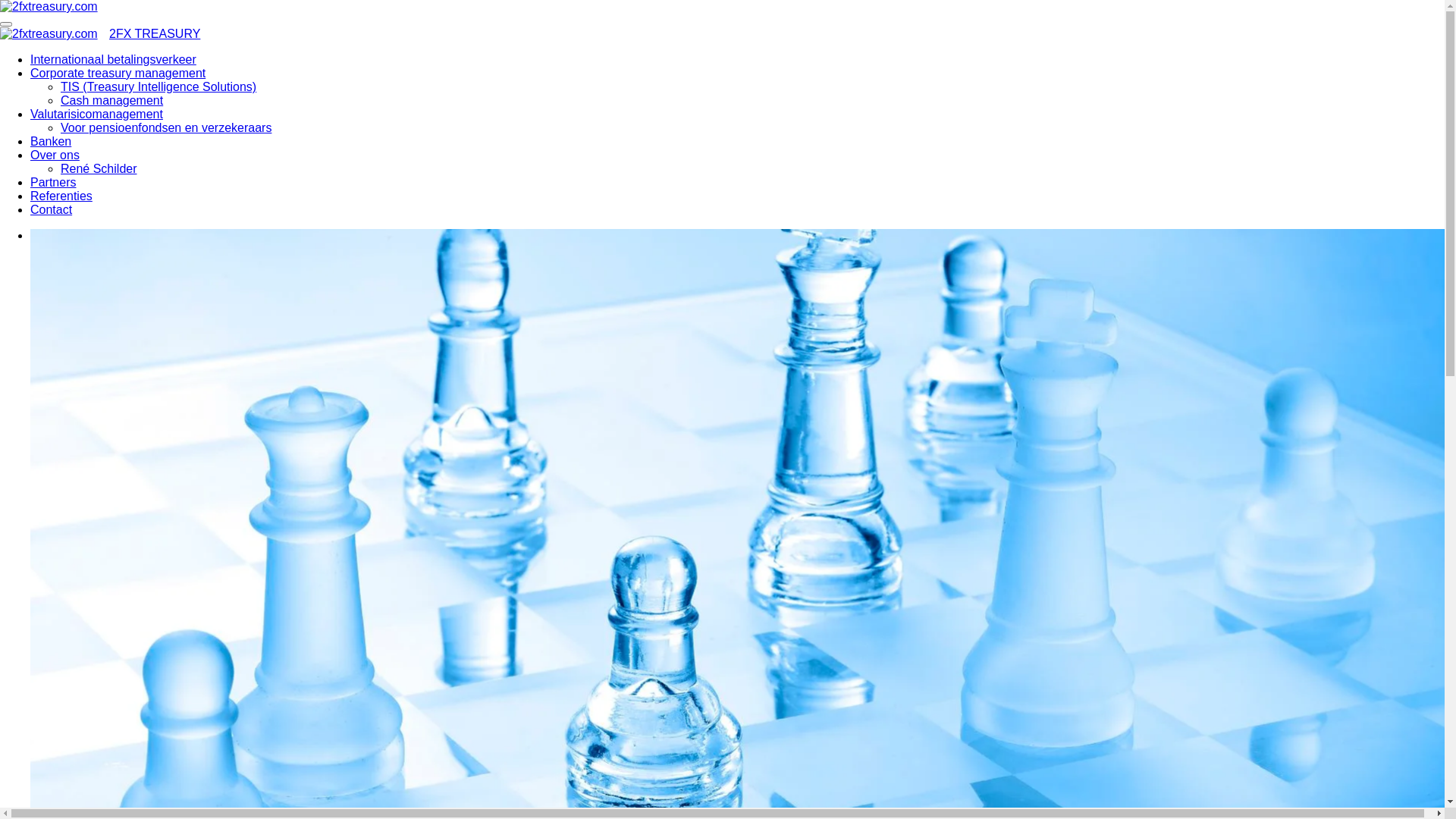 The height and width of the screenshot is (819, 1456). What do you see at coordinates (158, 86) in the screenshot?
I see `'TIS (Treasury Intelligence Solutions)'` at bounding box center [158, 86].